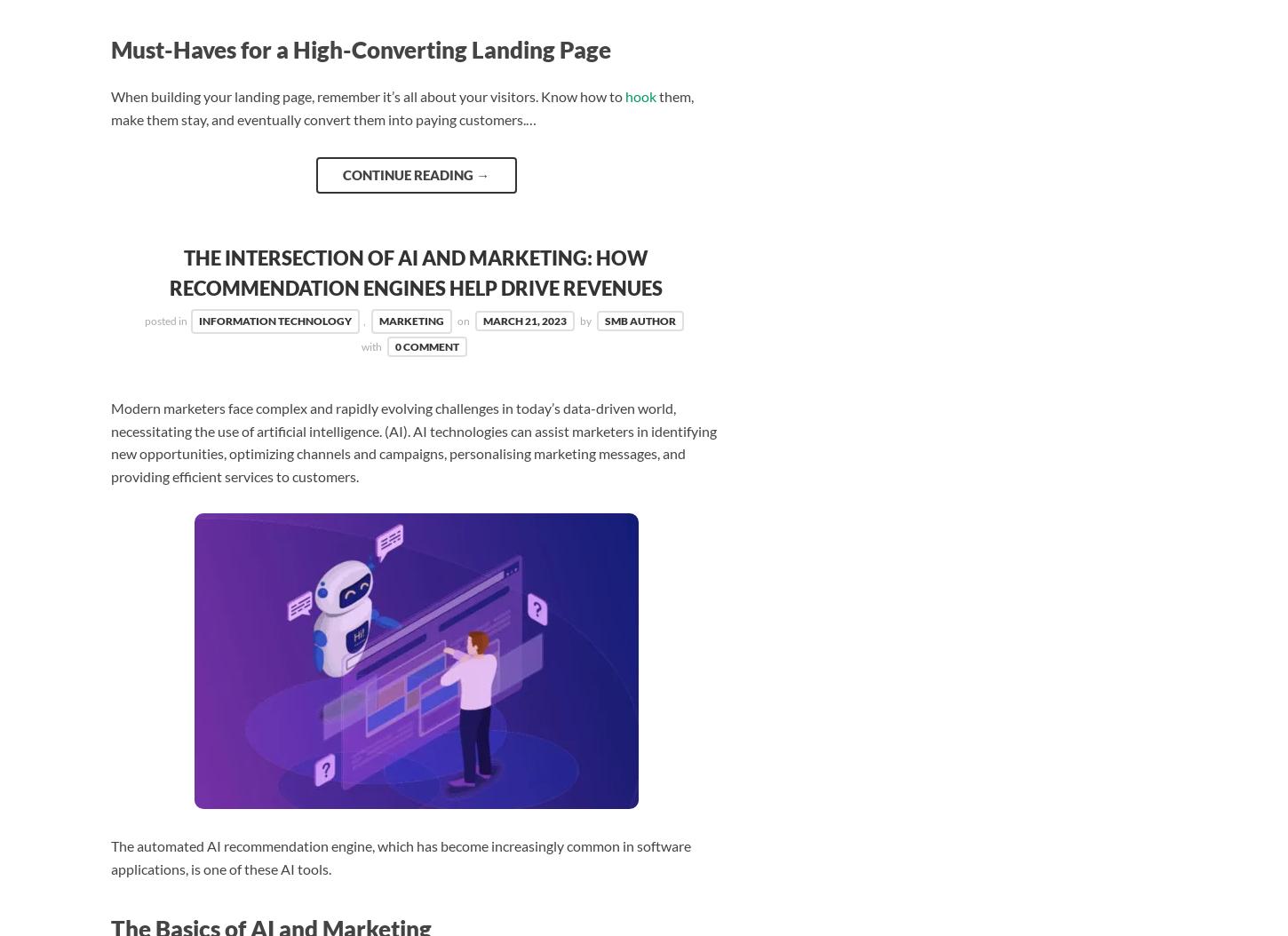 The width and height of the screenshot is (1288, 936). What do you see at coordinates (415, 272) in the screenshot?
I see `'The Intersection of AI and Marketing: How Recommendation Engines Help Drive Revenues'` at bounding box center [415, 272].